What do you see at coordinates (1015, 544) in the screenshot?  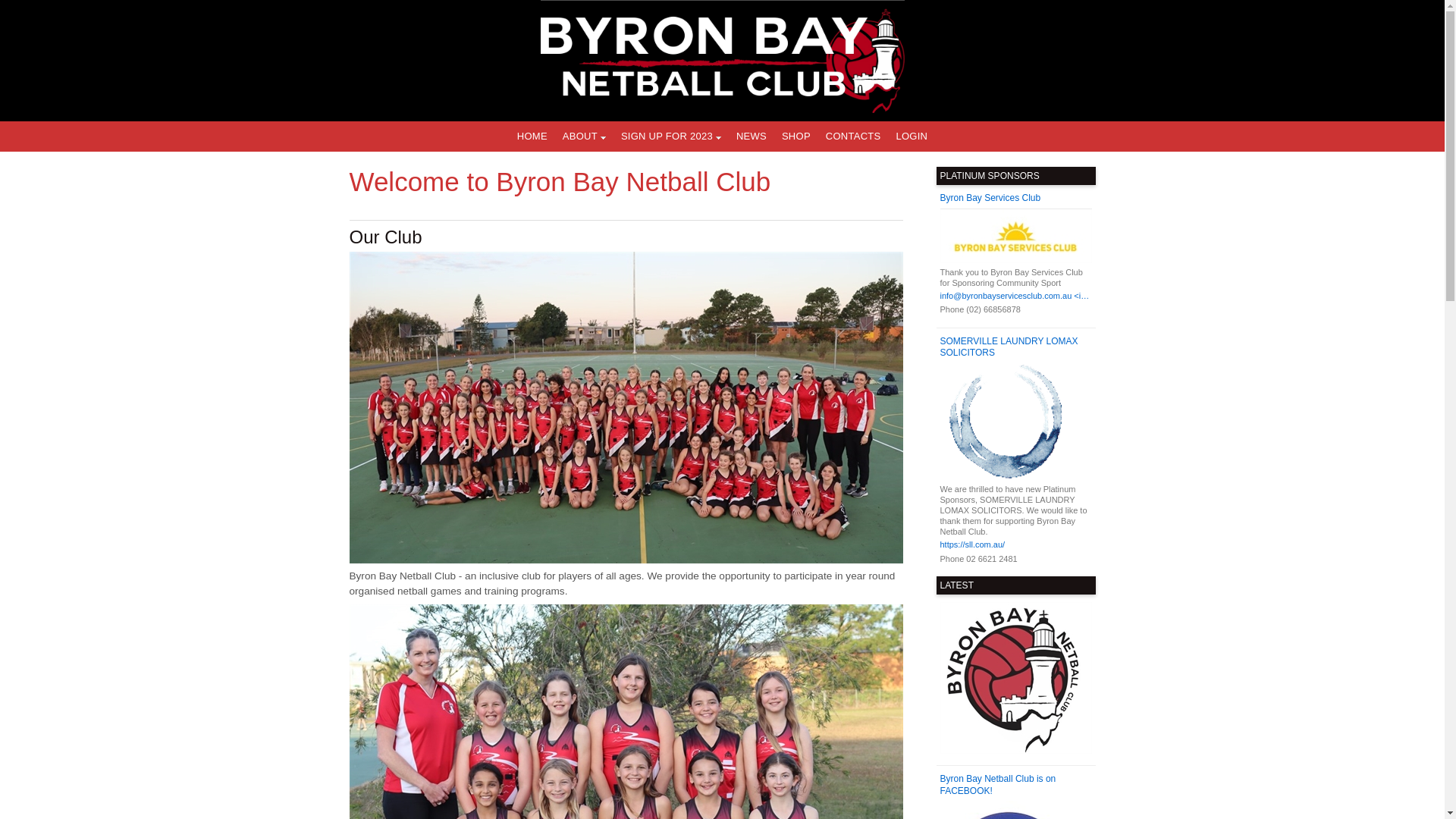 I see `'https://sll.com.au/'` at bounding box center [1015, 544].